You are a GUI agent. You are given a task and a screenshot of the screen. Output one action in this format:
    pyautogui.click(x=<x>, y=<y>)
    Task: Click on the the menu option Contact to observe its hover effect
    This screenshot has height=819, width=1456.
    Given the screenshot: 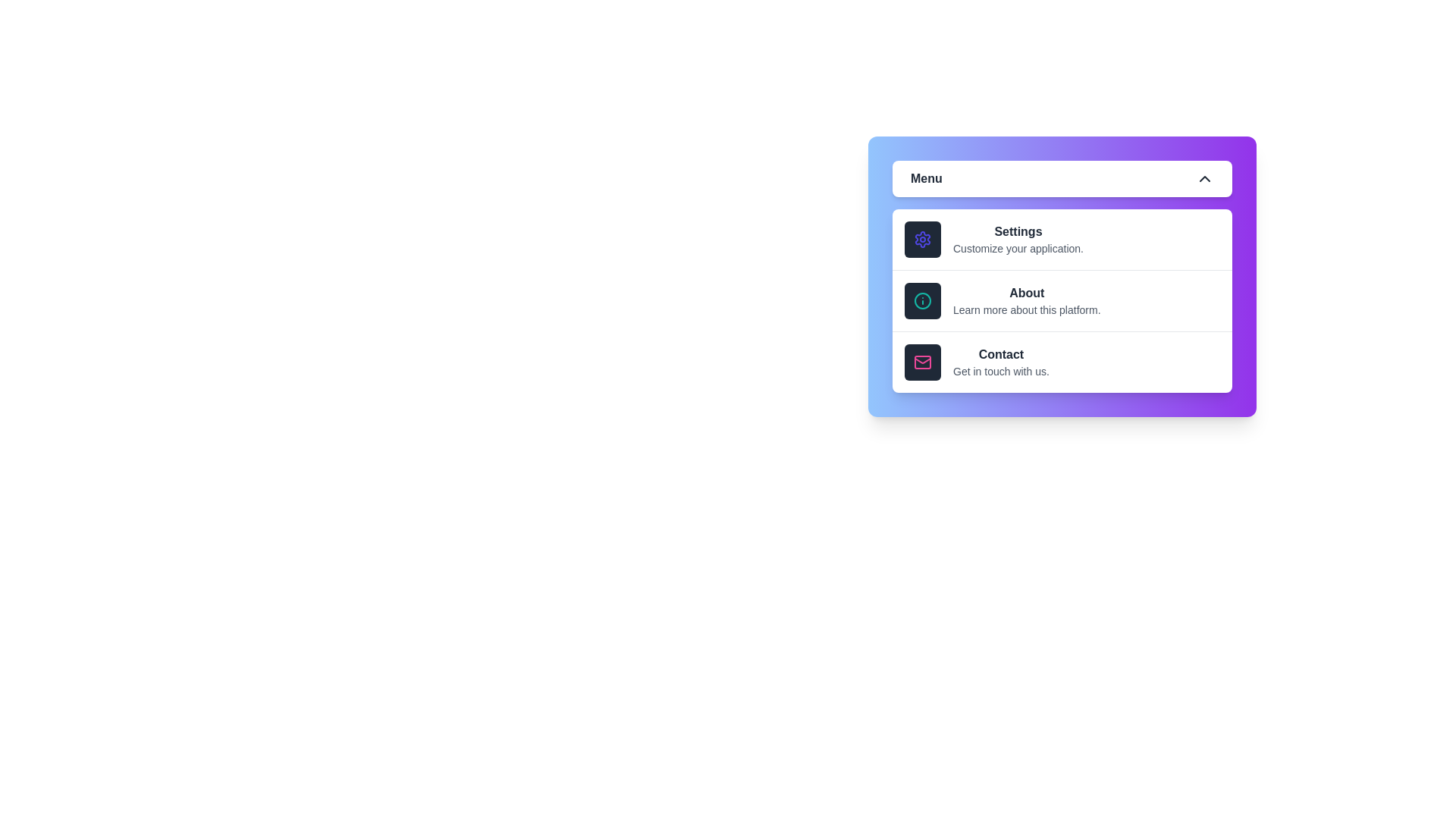 What is the action you would take?
    pyautogui.click(x=1062, y=362)
    